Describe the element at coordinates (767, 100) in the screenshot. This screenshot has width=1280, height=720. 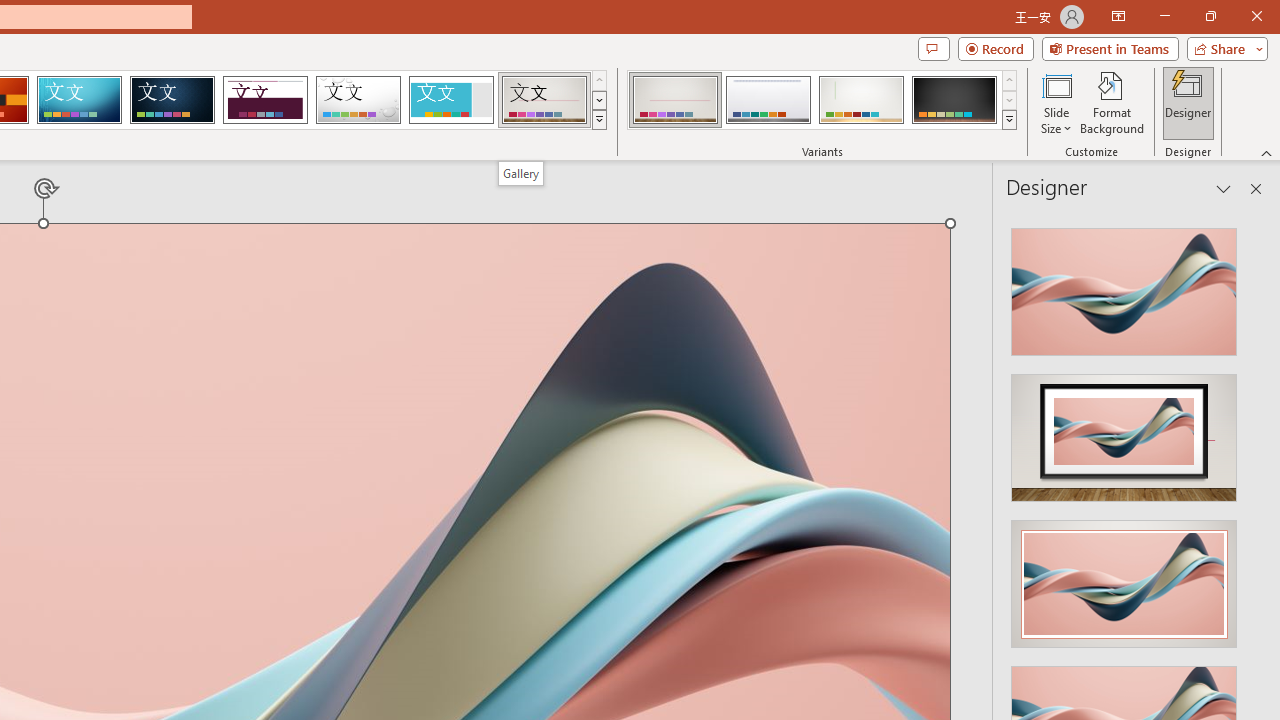
I see `'Gallery Variant 2'` at that location.